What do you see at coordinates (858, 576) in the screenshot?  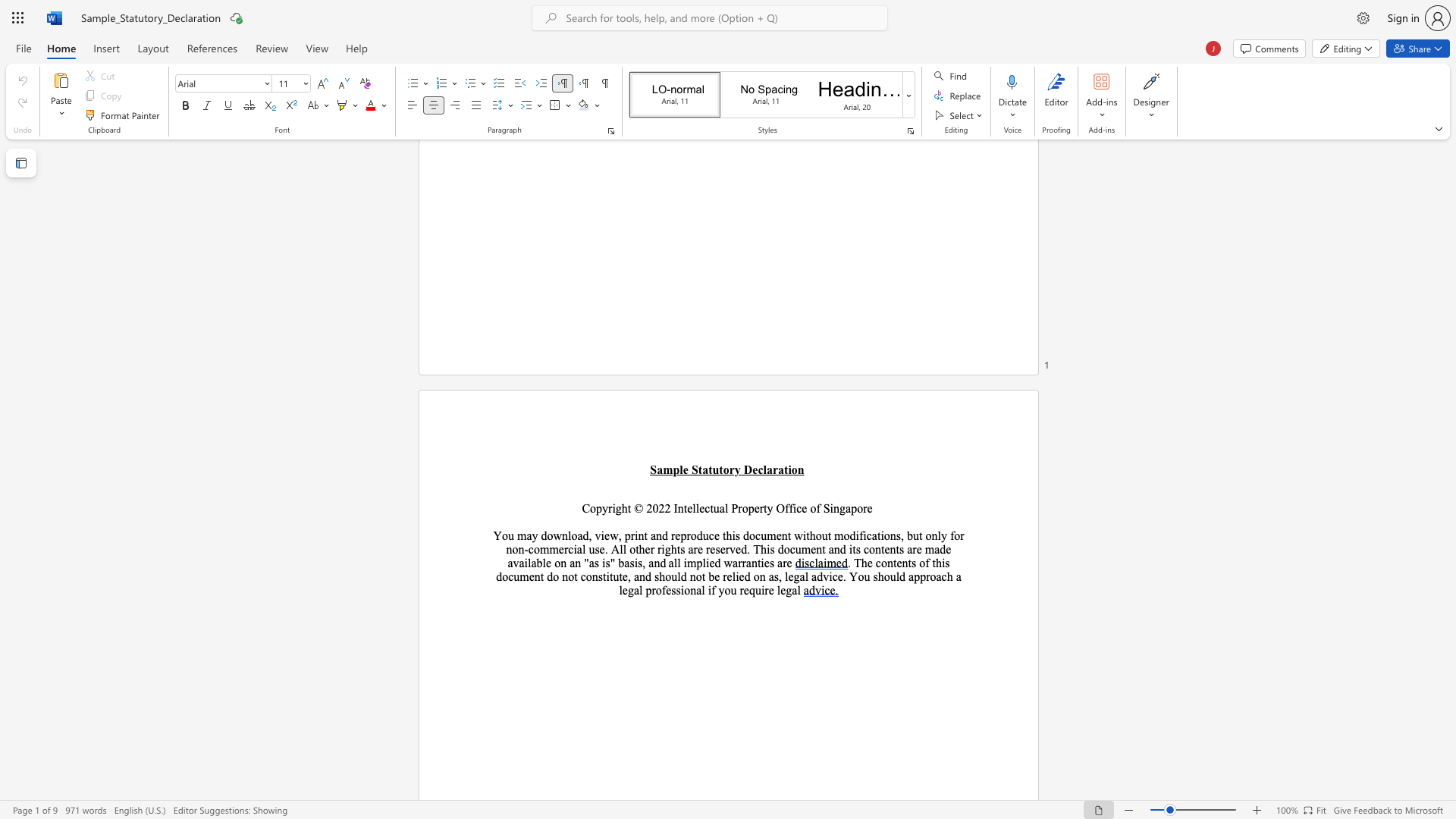 I see `the subset text "ou should approach a legal profes" within the text ", and should not be relied on as, legal advice. You should approach a legal professional if you"` at bounding box center [858, 576].